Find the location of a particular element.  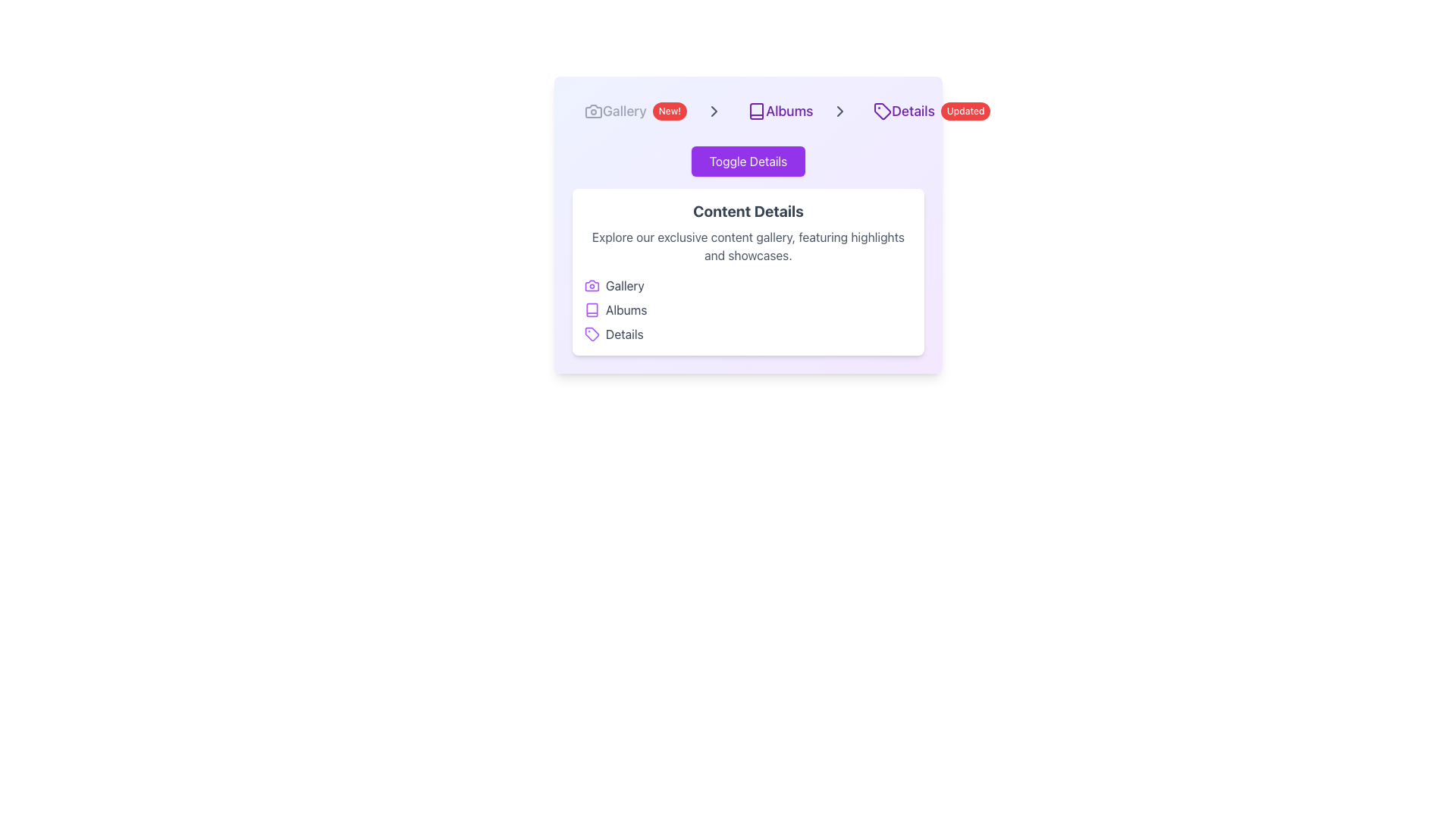

the text label 'Details' styled in purple, which is part of a breadcrumb navigation bar located immediately to the right of a tag icon is located at coordinates (912, 110).